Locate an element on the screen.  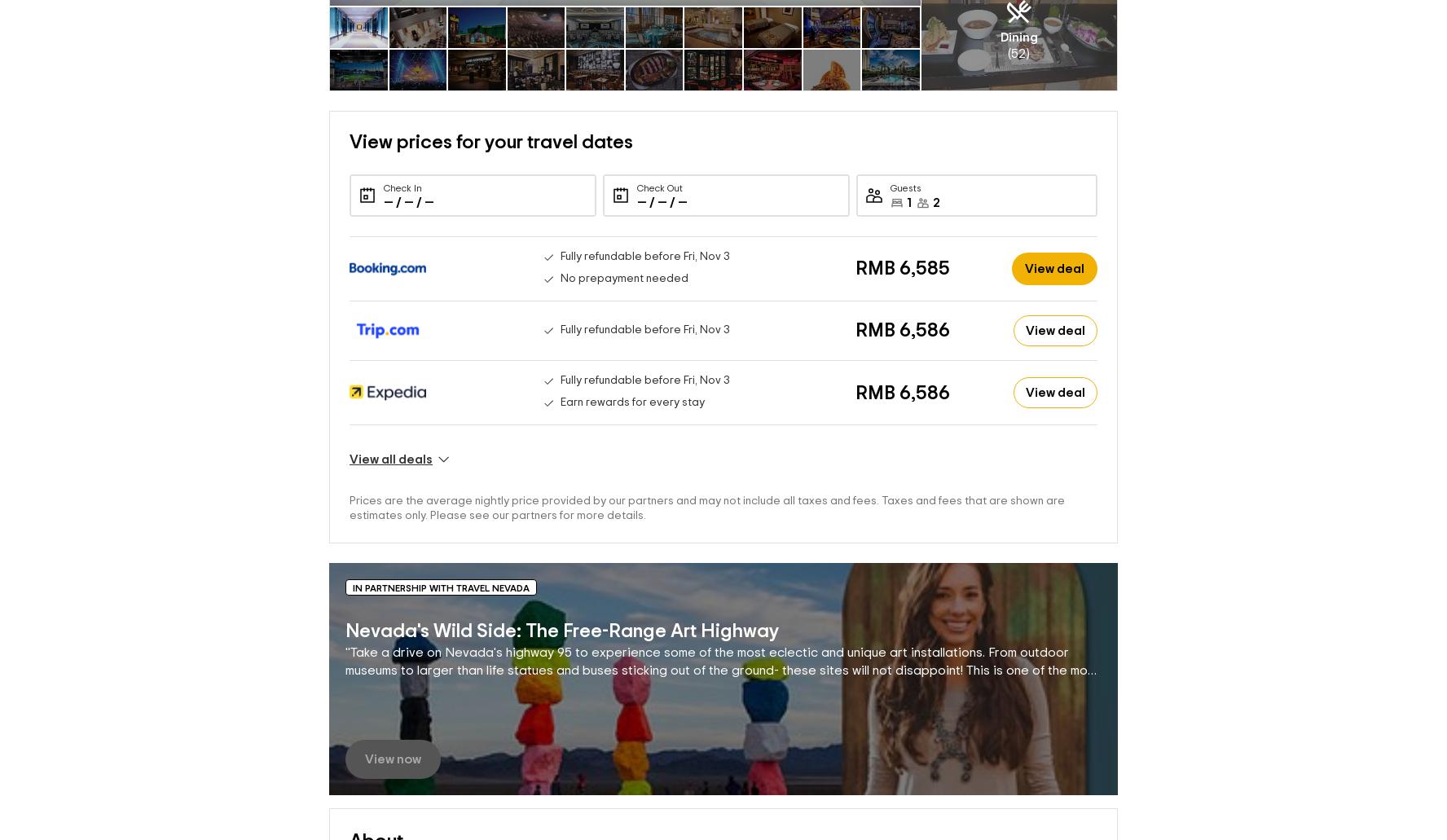
'About' is located at coordinates (375, 814).